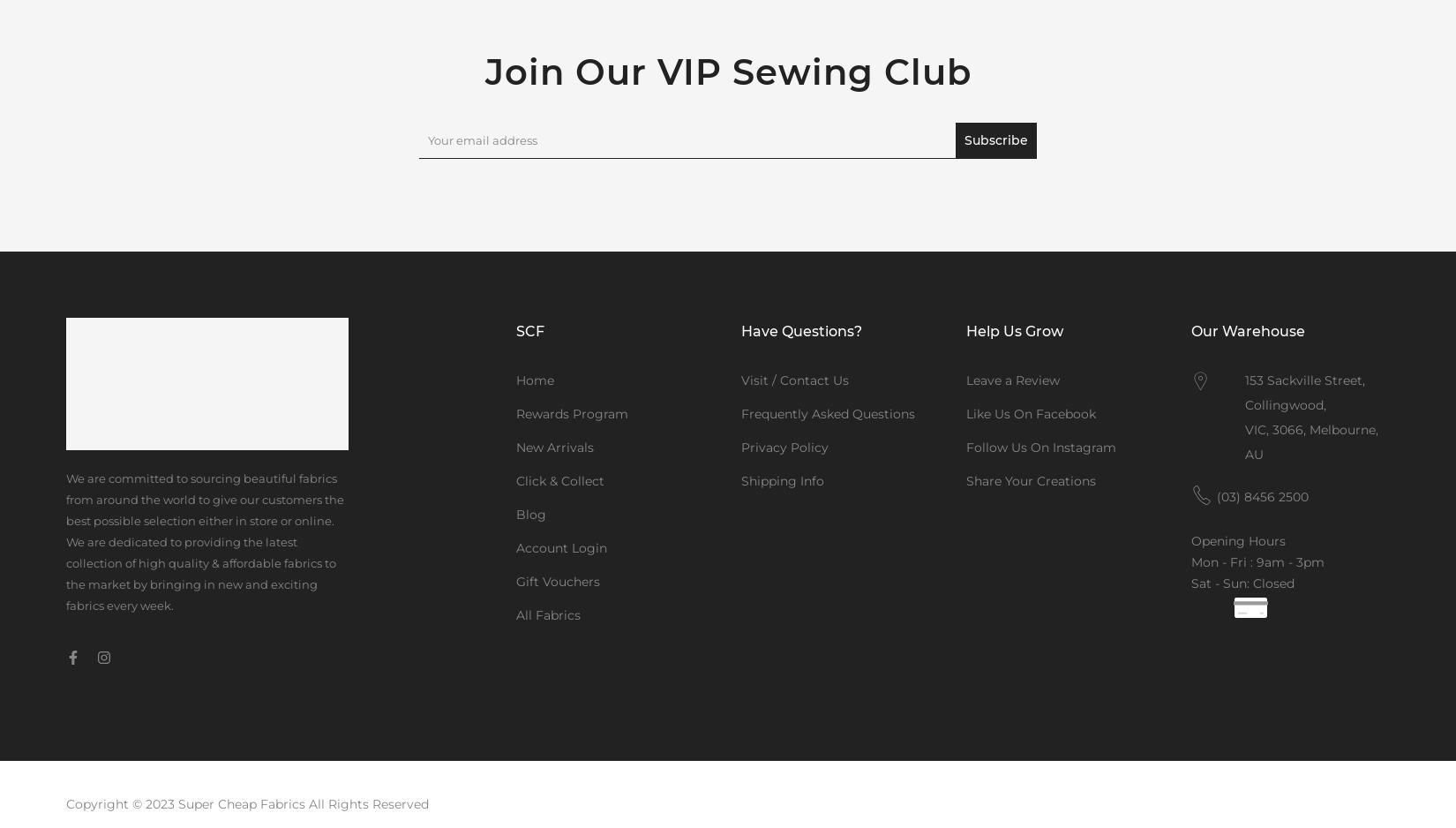 The image size is (1456, 828). What do you see at coordinates (1304, 391) in the screenshot?
I see `'153 Sackville Street, Collingwood,'` at bounding box center [1304, 391].